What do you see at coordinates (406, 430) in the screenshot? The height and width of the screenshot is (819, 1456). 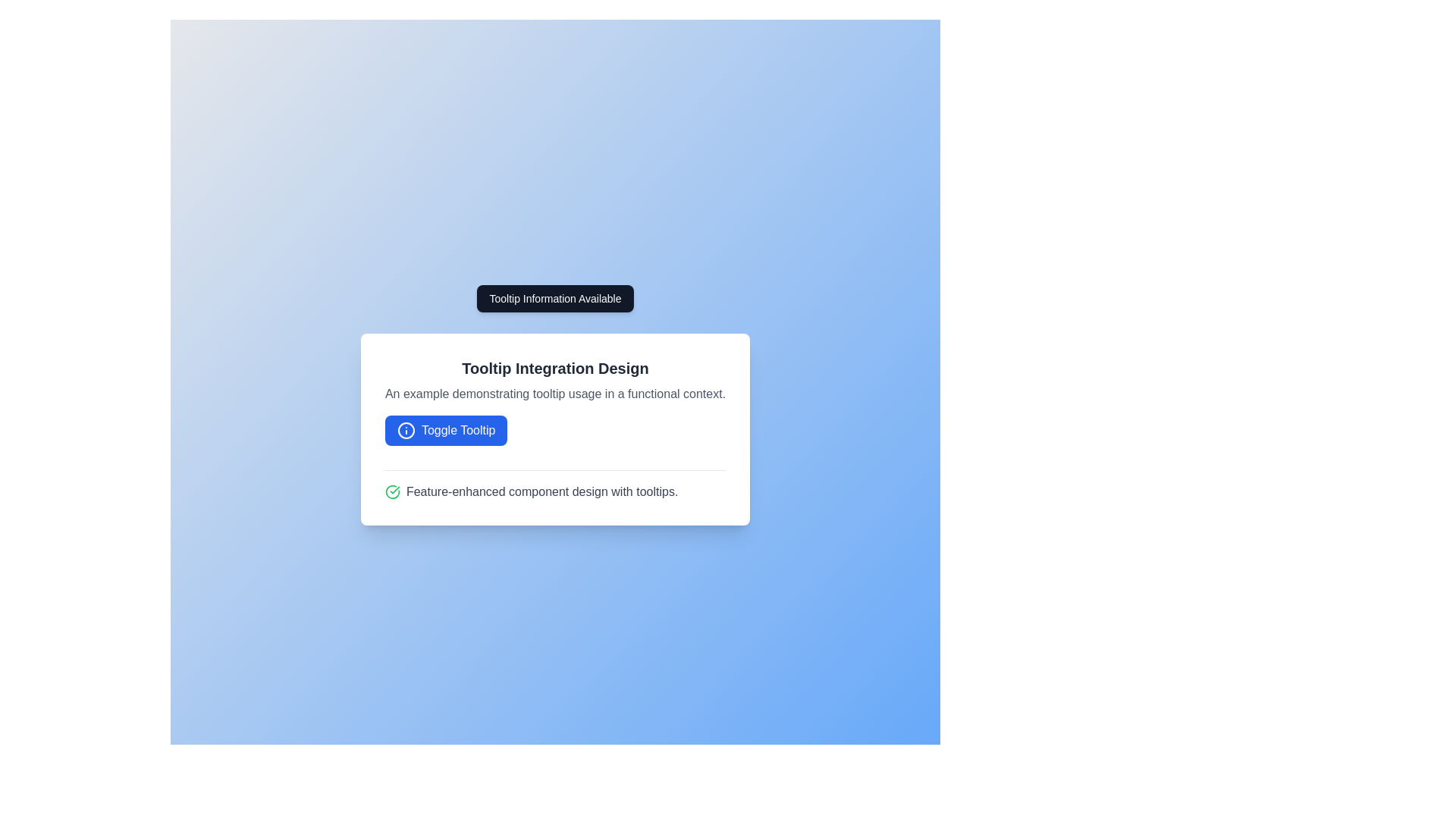 I see `the icon associated with the 'Toggle Tooltip' button to interact with it` at bounding box center [406, 430].